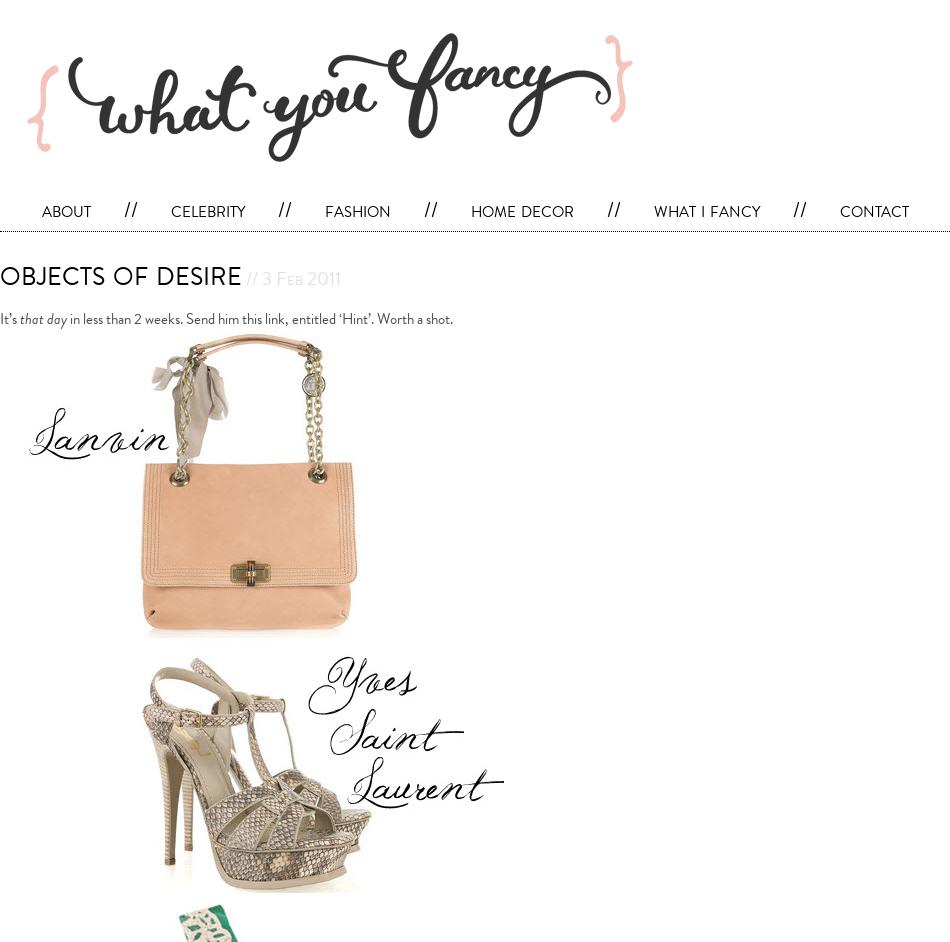 The width and height of the screenshot is (950, 942). I want to click on '// 3 Feb 2011', so click(240, 277).